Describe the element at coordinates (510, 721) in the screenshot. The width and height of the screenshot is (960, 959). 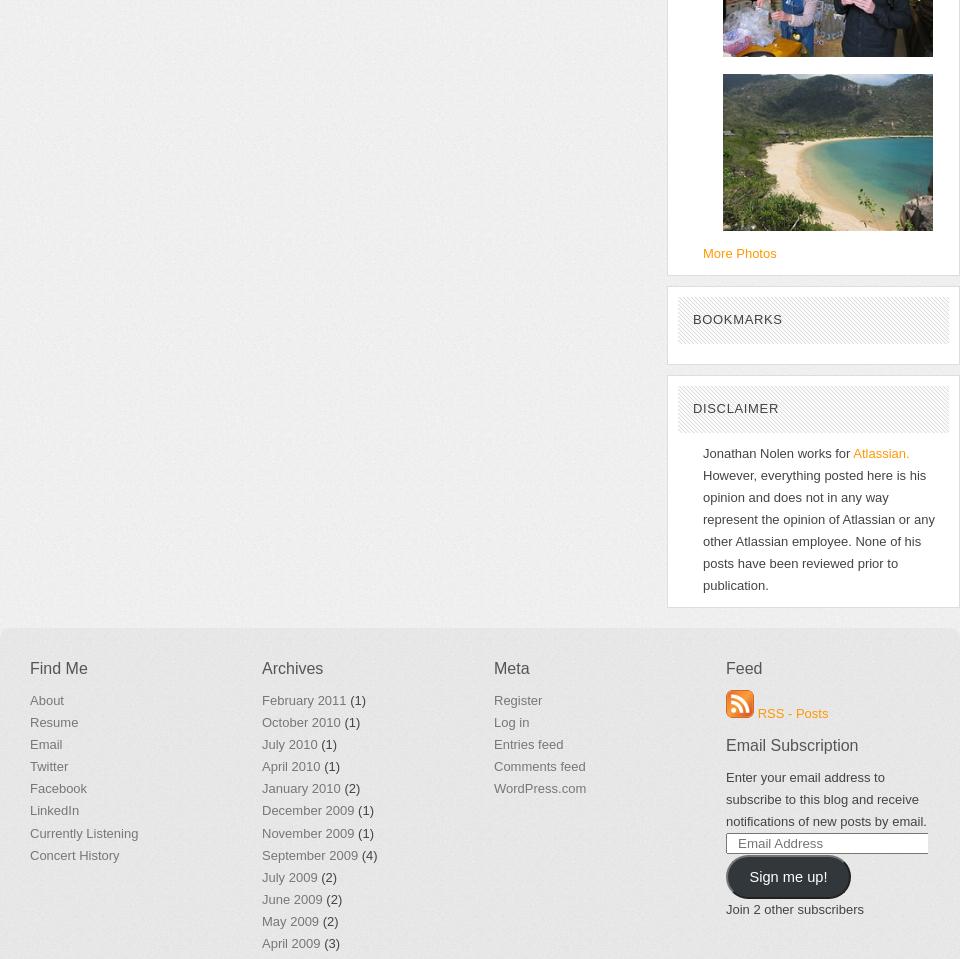
I see `'Log in'` at that location.